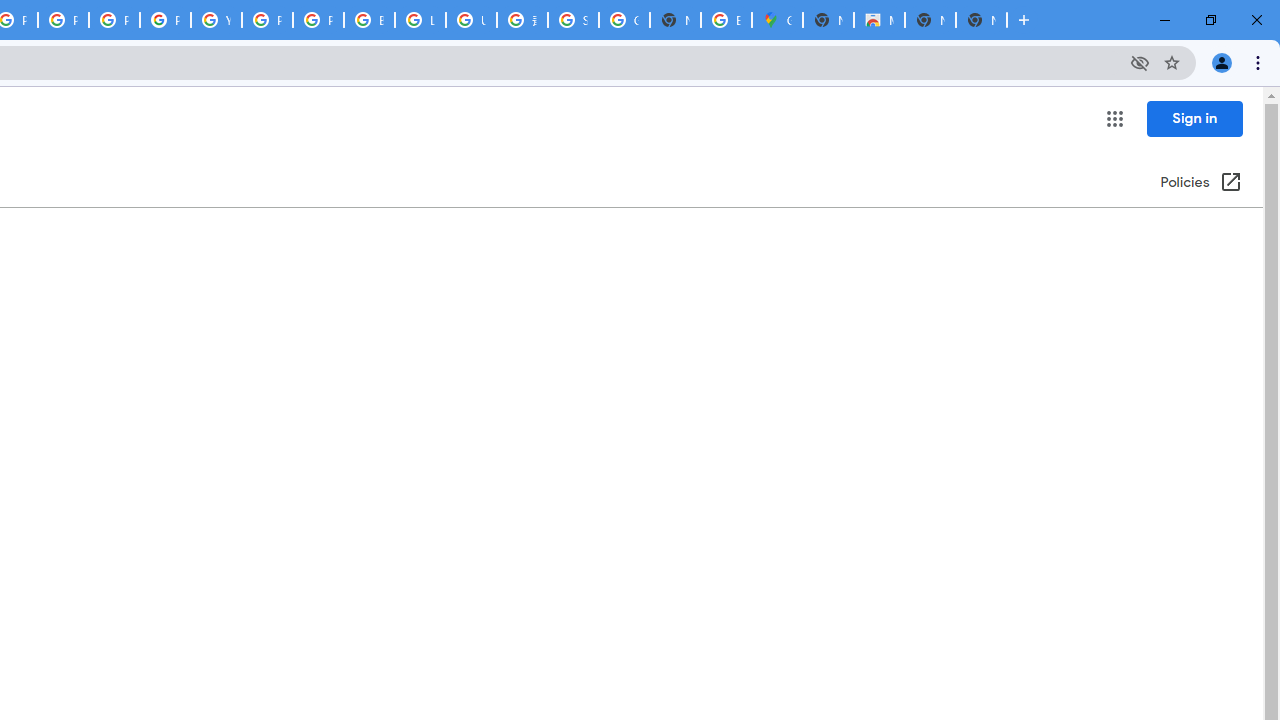 Image resolution: width=1280 pixels, height=720 pixels. What do you see at coordinates (981, 20) in the screenshot?
I see `'New Tab'` at bounding box center [981, 20].